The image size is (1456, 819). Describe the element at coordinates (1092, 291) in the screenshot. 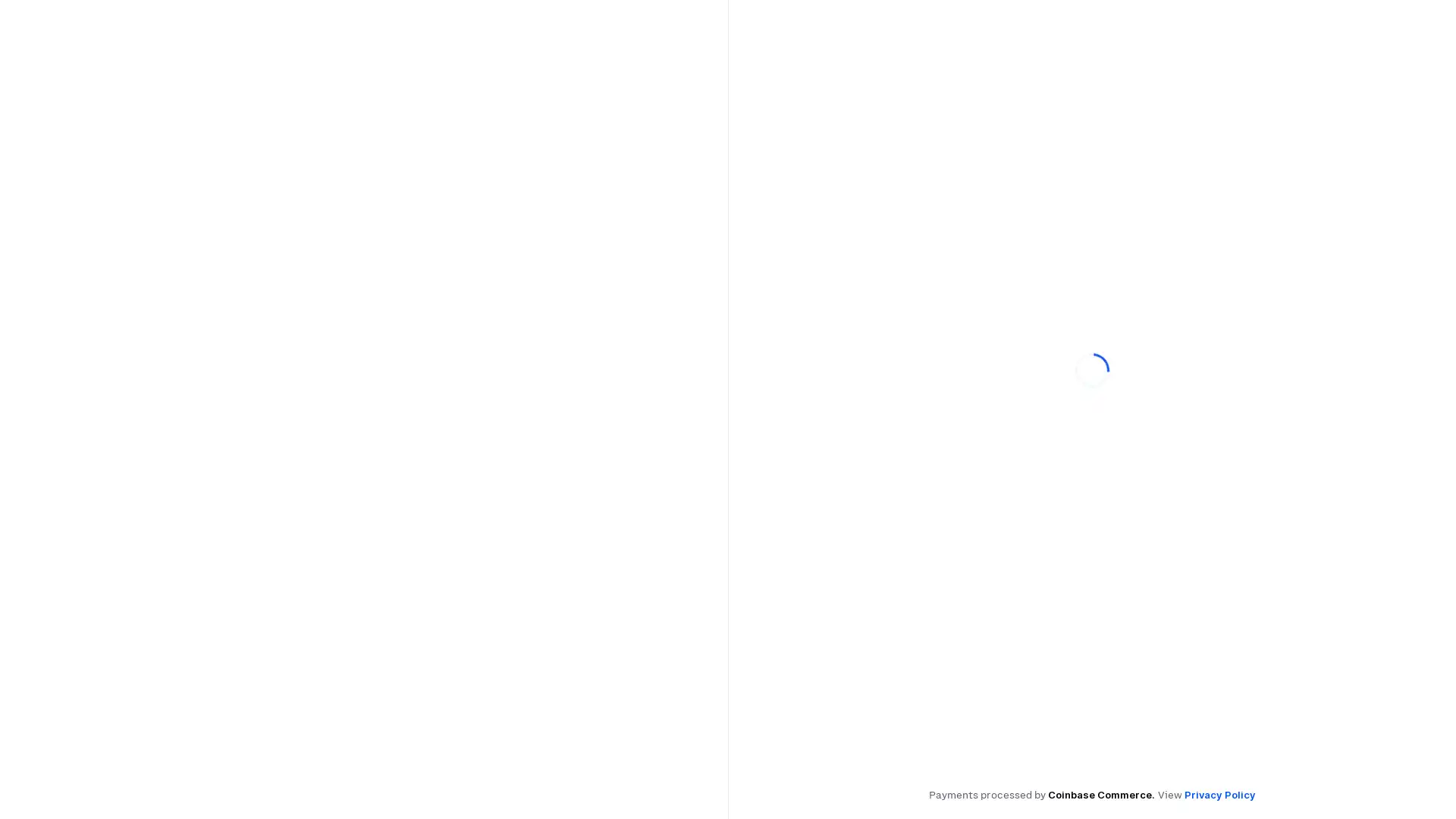

I see `Pay with Coinbase logo` at that location.